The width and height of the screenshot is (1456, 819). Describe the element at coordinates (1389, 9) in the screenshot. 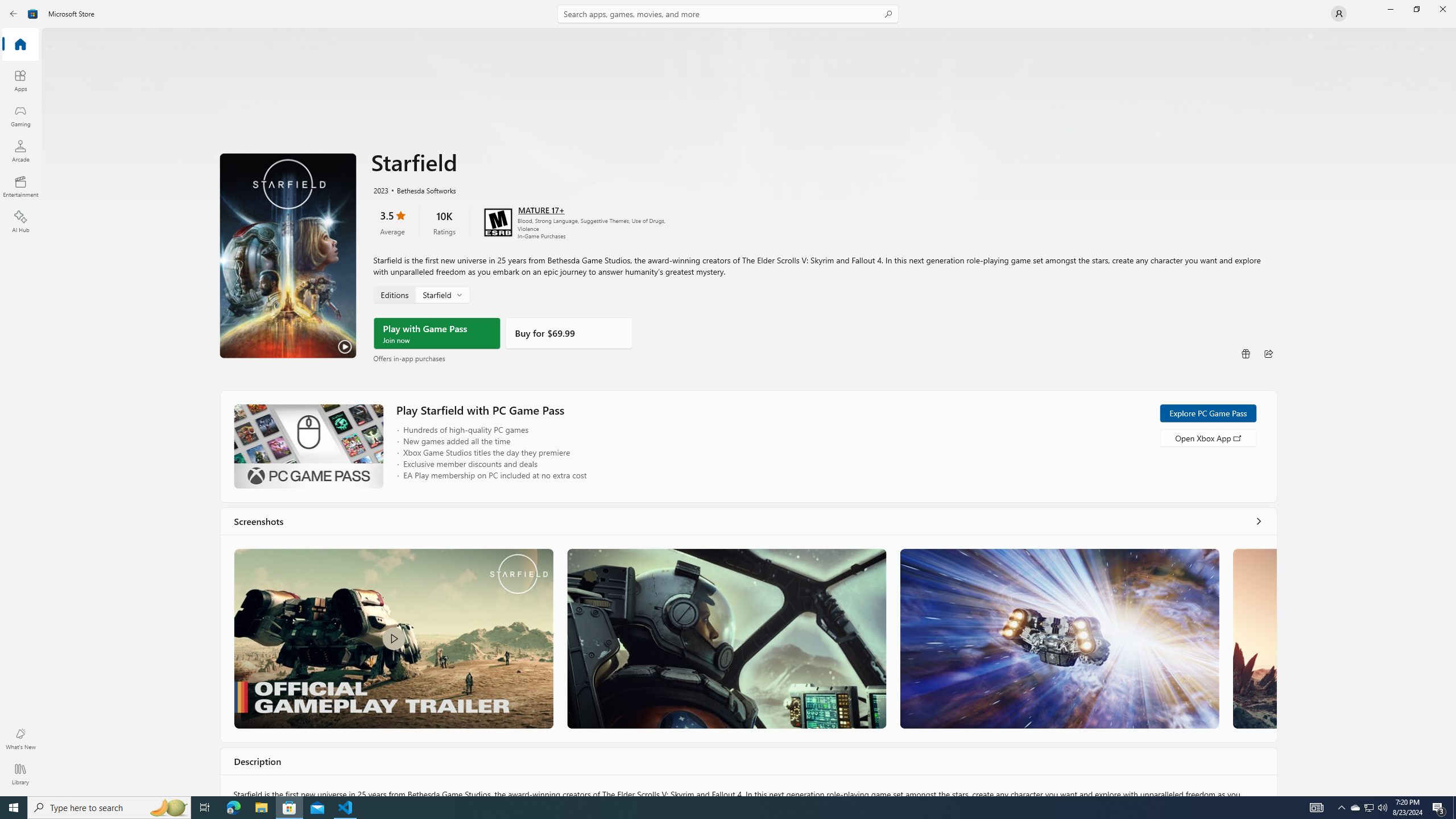

I see `'Minimize Microsoft Store'` at that location.